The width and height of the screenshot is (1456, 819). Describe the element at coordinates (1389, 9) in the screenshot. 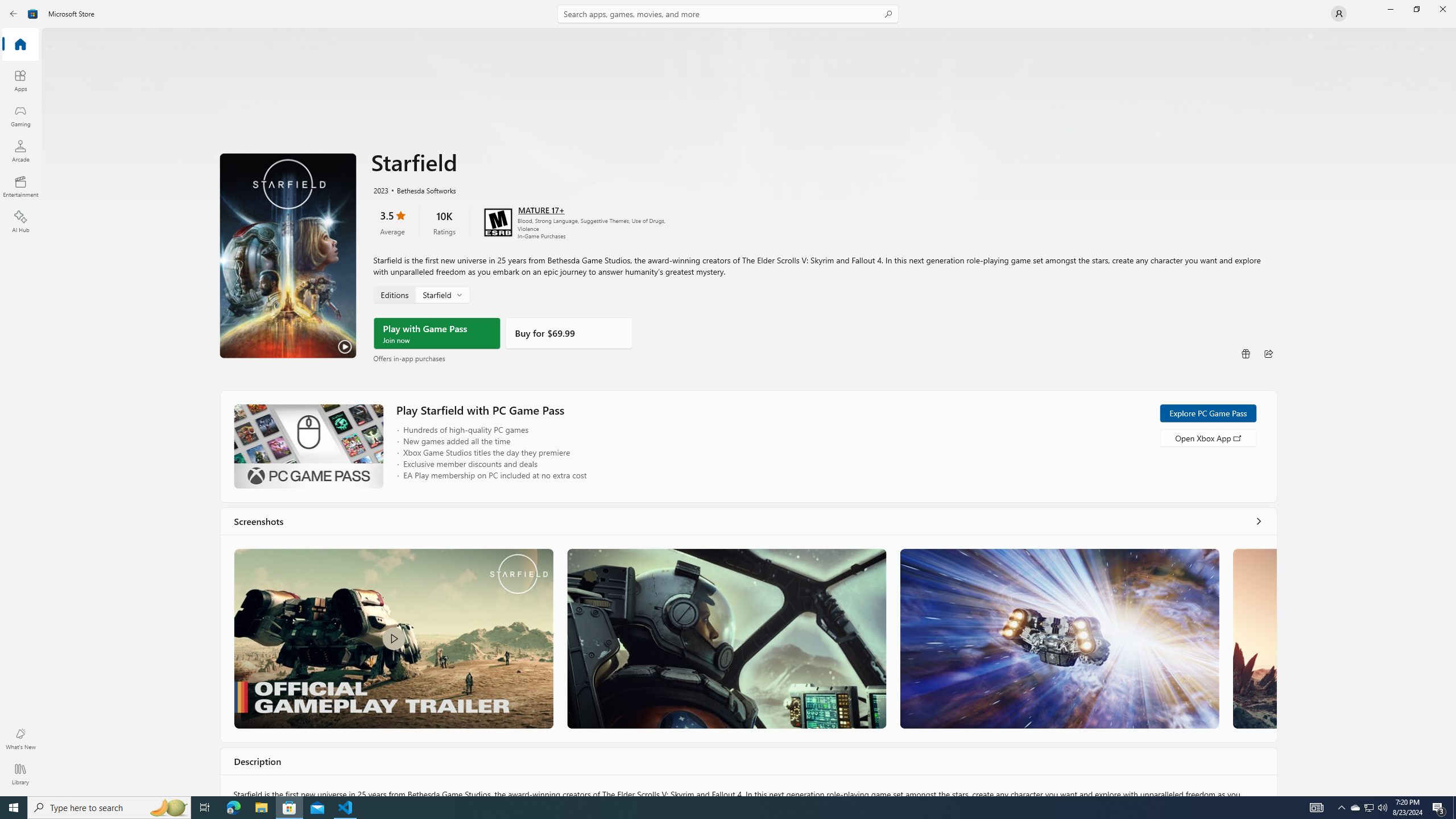

I see `'Minimize Microsoft Store'` at that location.